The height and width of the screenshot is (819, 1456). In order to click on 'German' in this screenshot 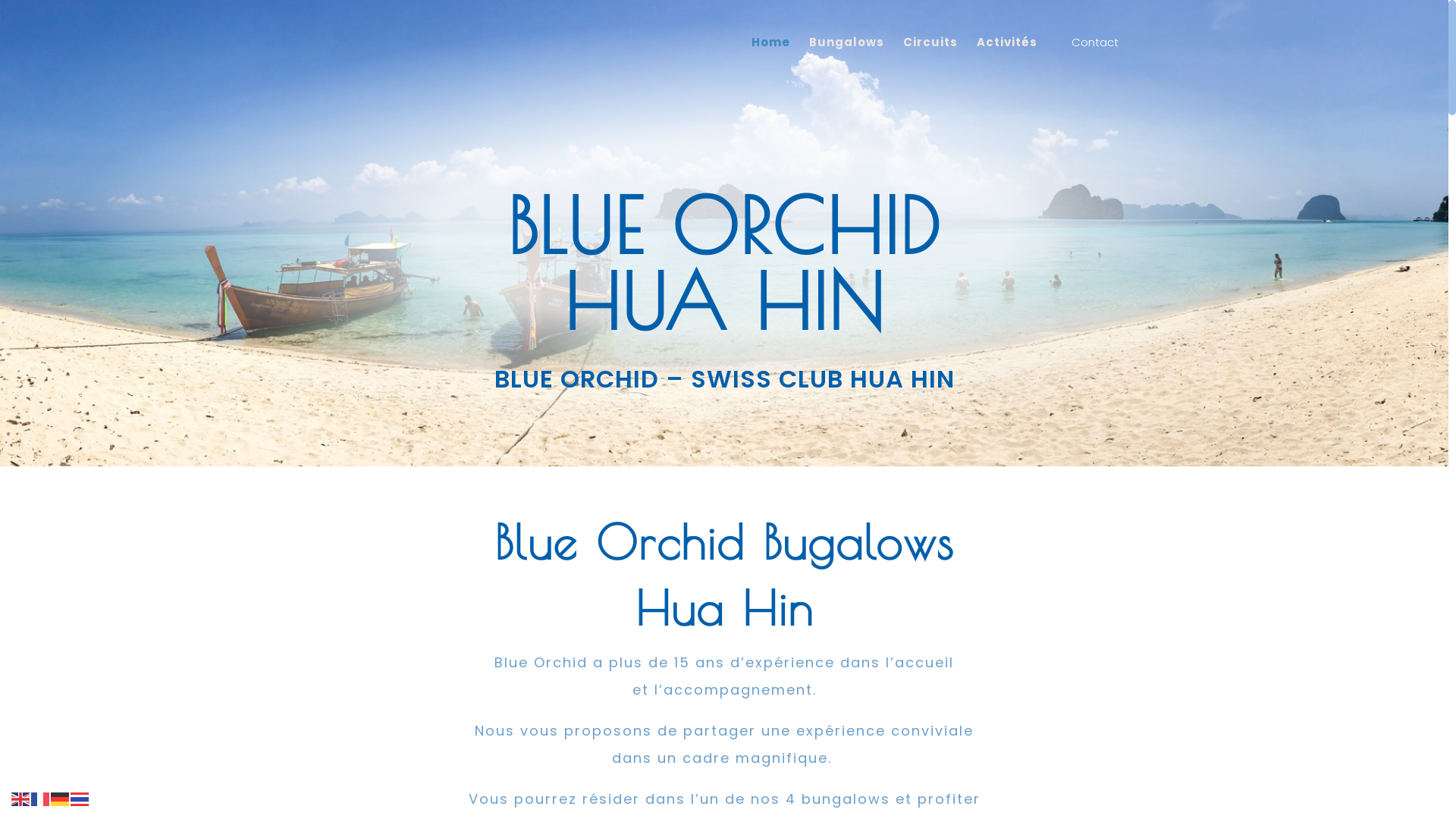, I will do `click(61, 797)`.